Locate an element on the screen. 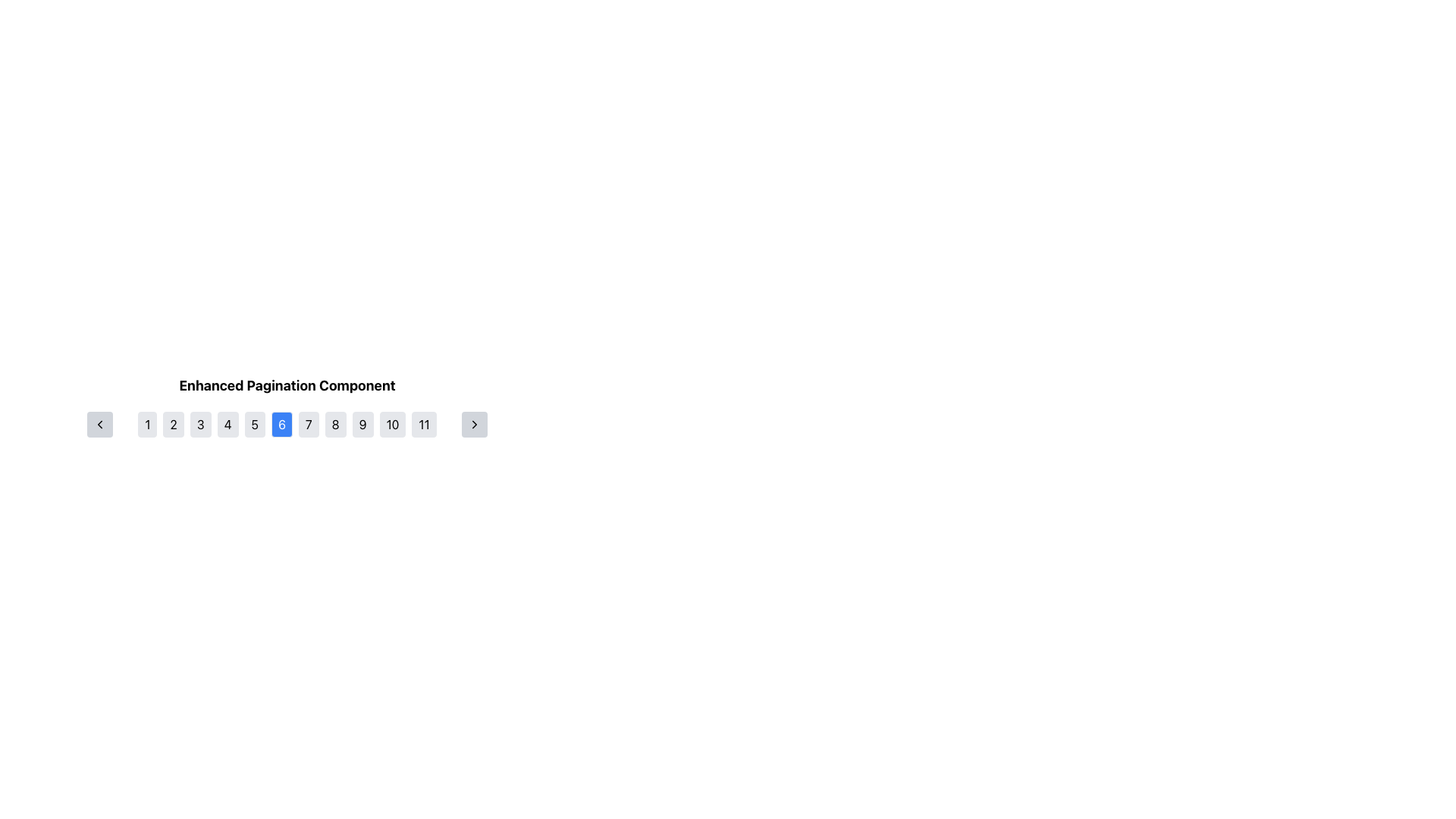  the chevron-right arrow icon in the pagination interface is located at coordinates (473, 424).